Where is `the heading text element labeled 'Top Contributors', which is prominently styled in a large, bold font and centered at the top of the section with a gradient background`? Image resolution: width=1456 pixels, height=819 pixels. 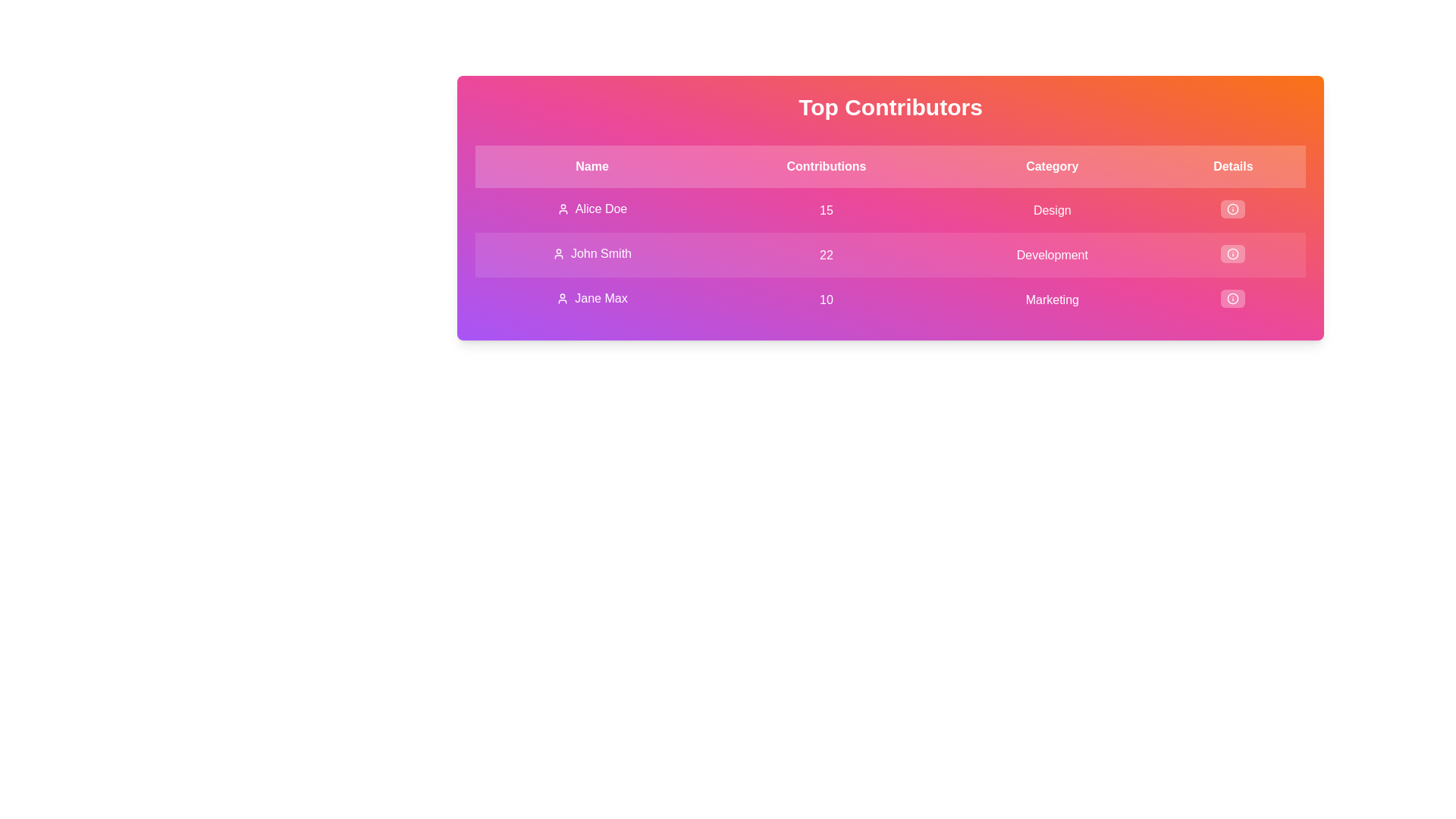 the heading text element labeled 'Top Contributors', which is prominently styled in a large, bold font and centered at the top of the section with a gradient background is located at coordinates (890, 107).